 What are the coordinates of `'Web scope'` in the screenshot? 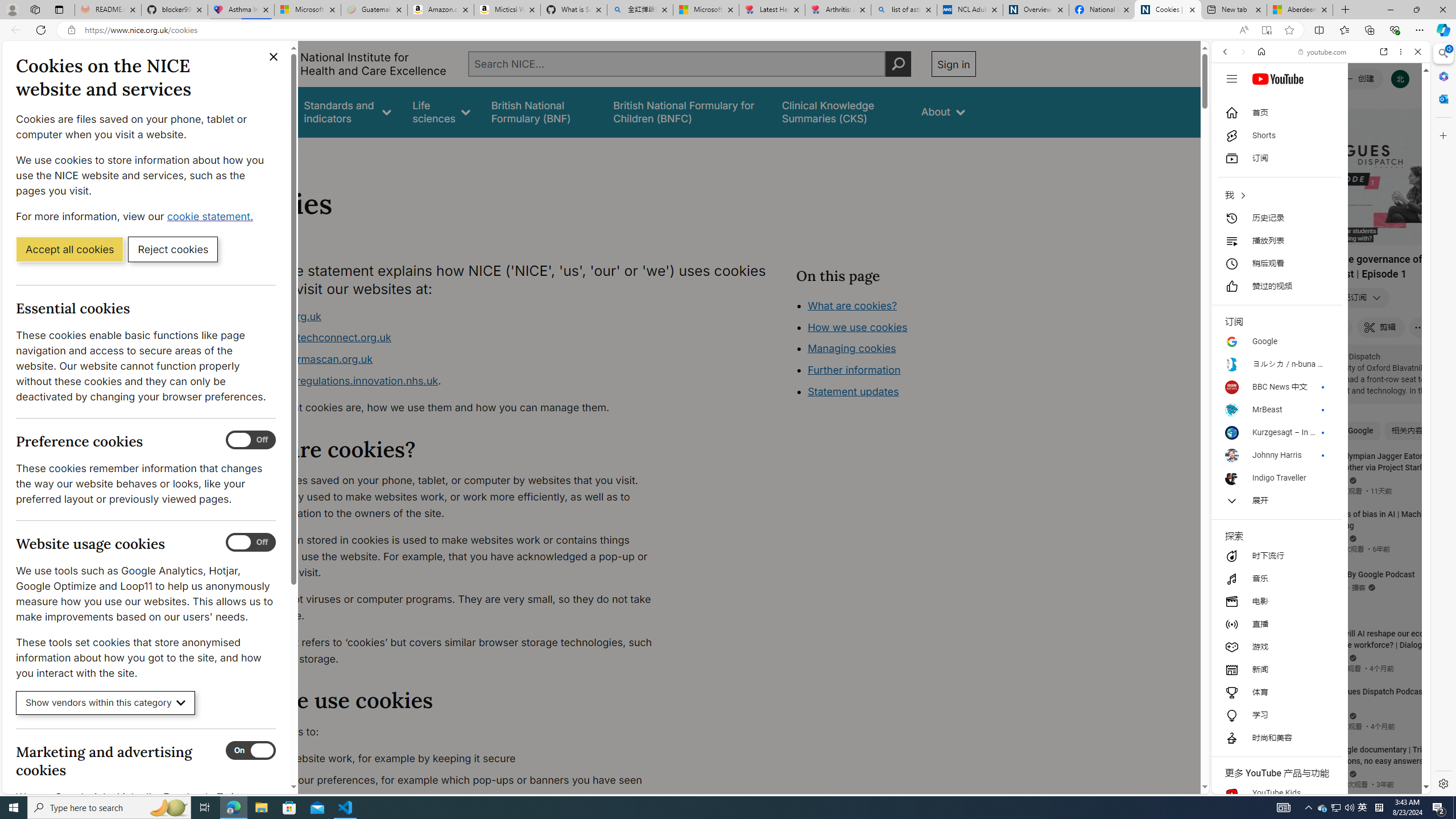 It's located at (1230, 102).